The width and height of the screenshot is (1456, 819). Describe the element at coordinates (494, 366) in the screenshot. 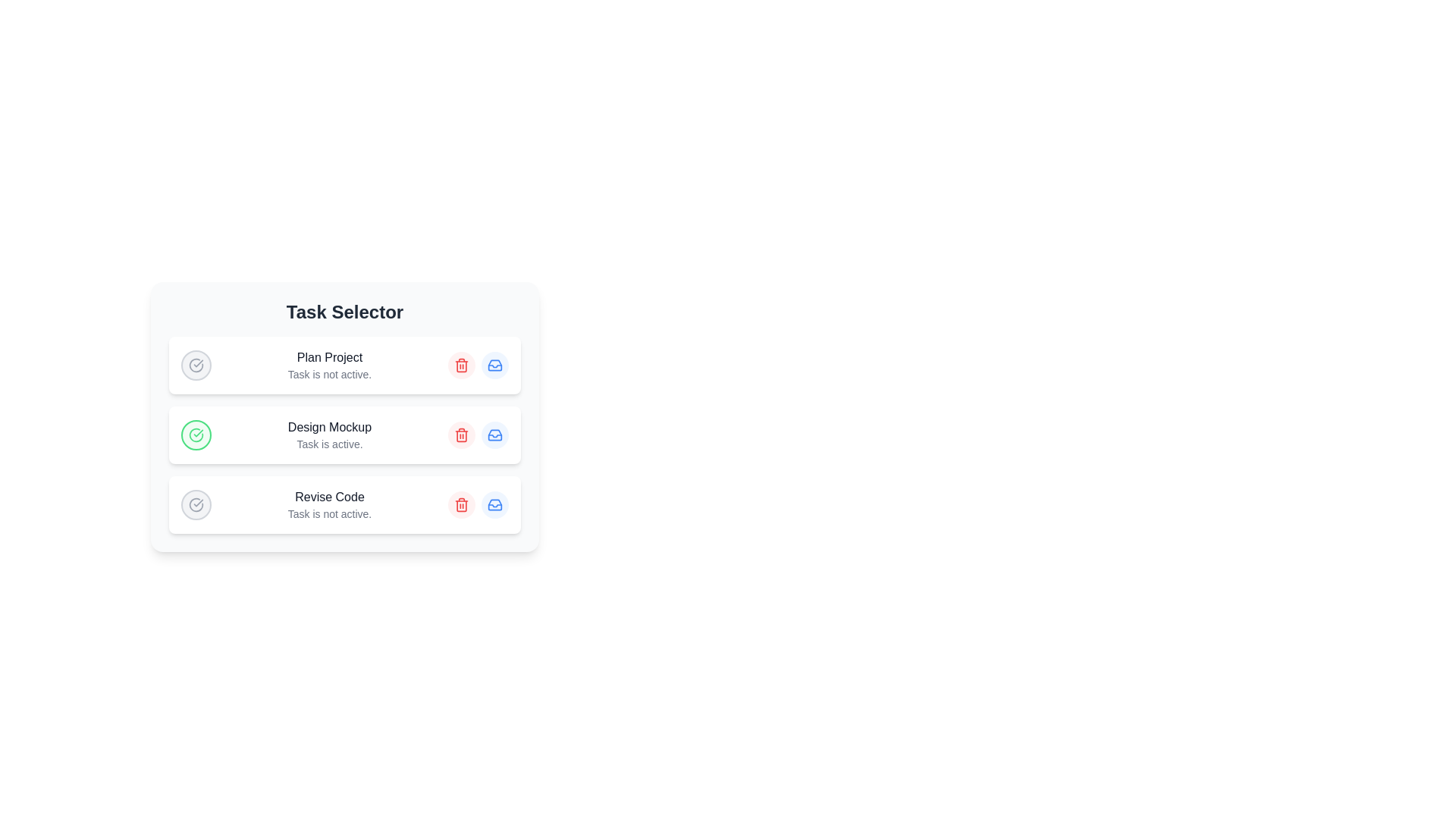

I see `the save button located to the right of the red circular trash button in the button row associated with the 'Plan Project' item` at that location.